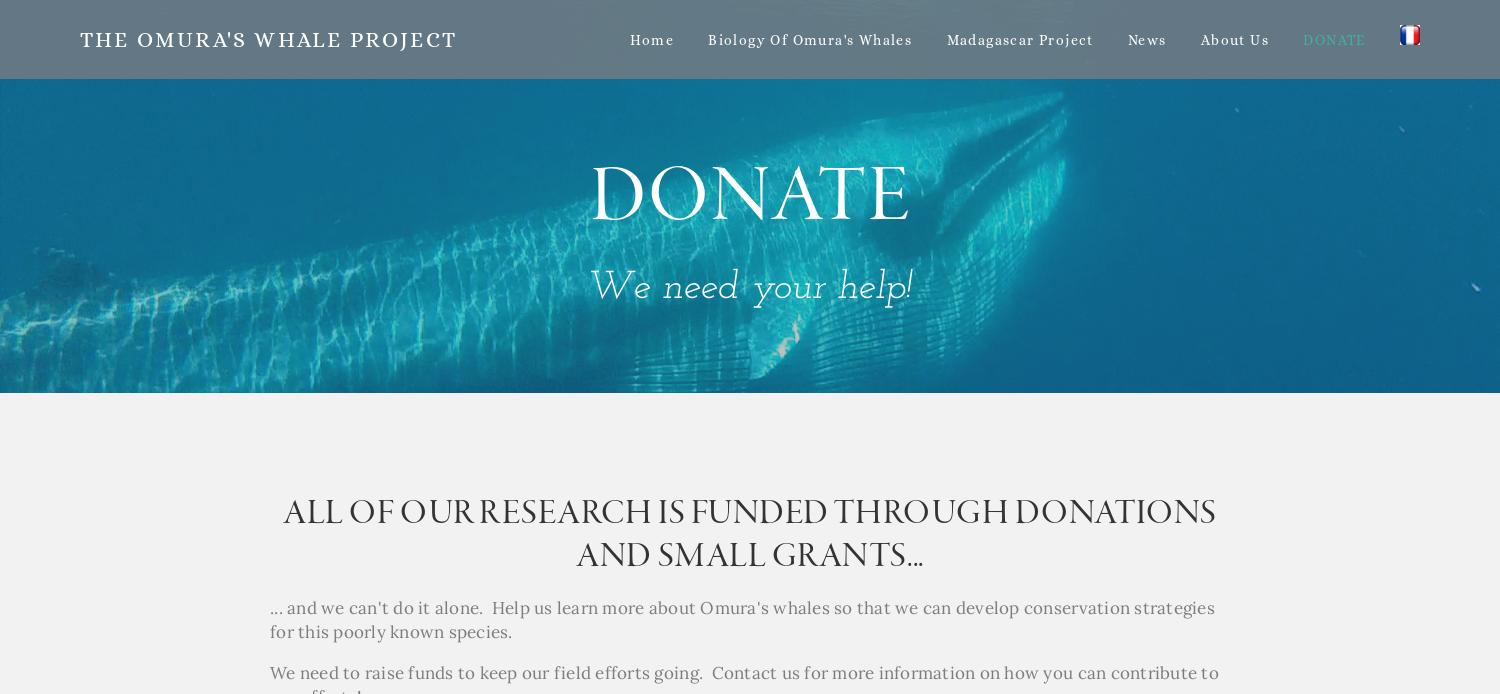 The height and width of the screenshot is (694, 1500). I want to click on 'We need your help!', so click(585, 288).